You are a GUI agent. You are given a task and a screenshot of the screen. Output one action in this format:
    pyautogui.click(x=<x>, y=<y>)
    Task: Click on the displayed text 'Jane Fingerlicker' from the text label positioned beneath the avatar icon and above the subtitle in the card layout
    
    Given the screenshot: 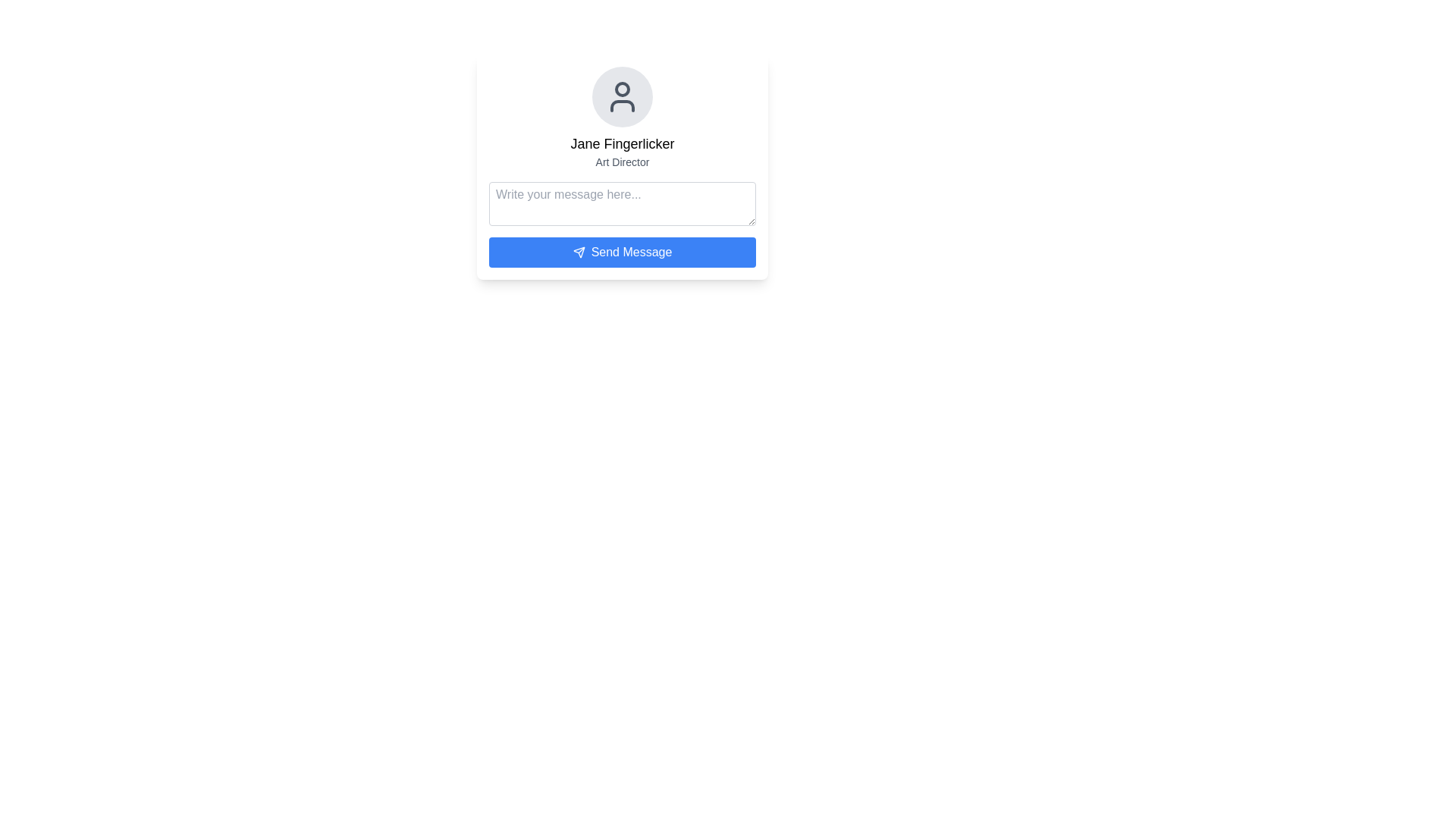 What is the action you would take?
    pyautogui.click(x=622, y=143)
    